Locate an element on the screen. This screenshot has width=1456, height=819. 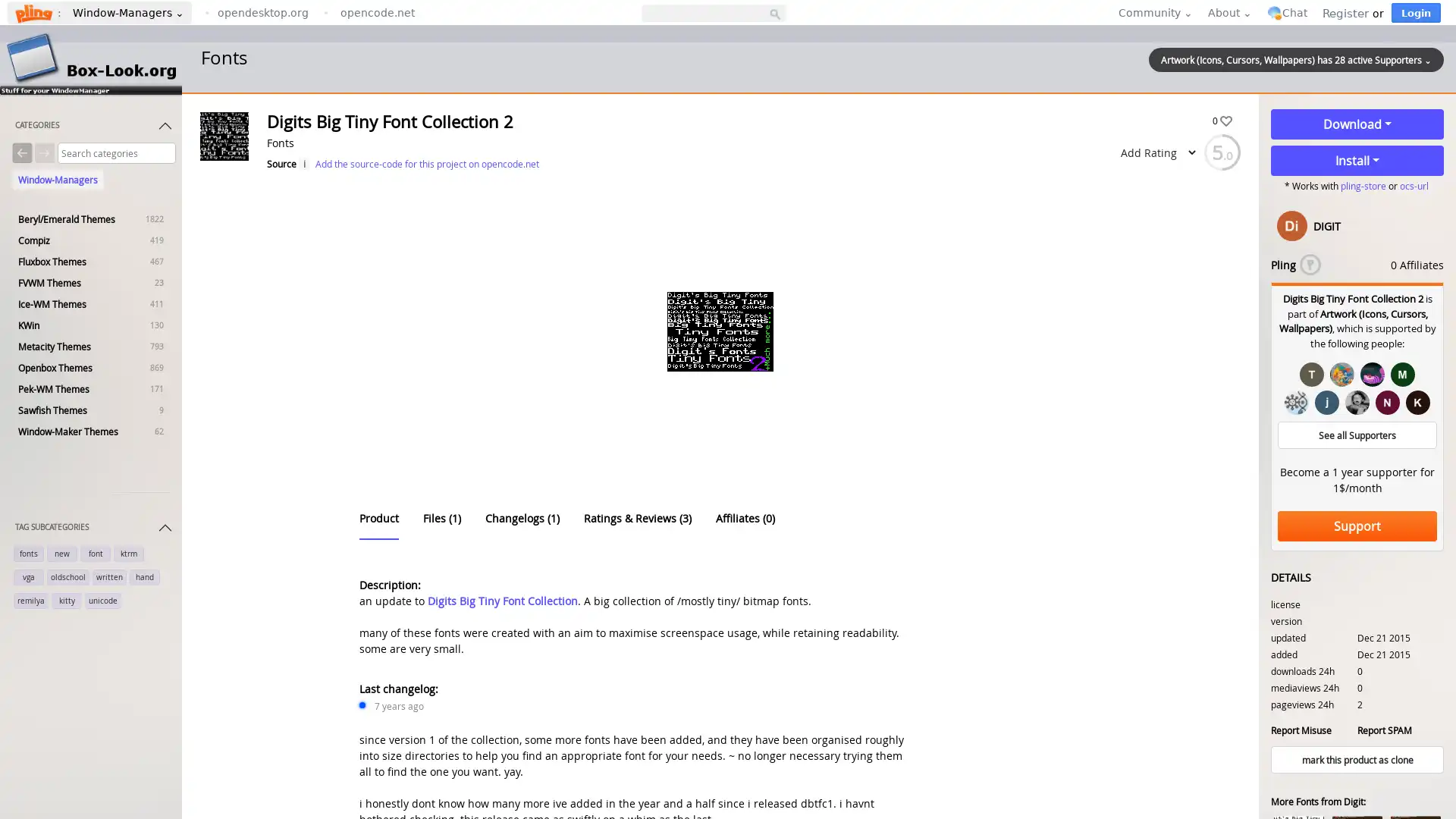
Download is located at coordinates (1357, 124).